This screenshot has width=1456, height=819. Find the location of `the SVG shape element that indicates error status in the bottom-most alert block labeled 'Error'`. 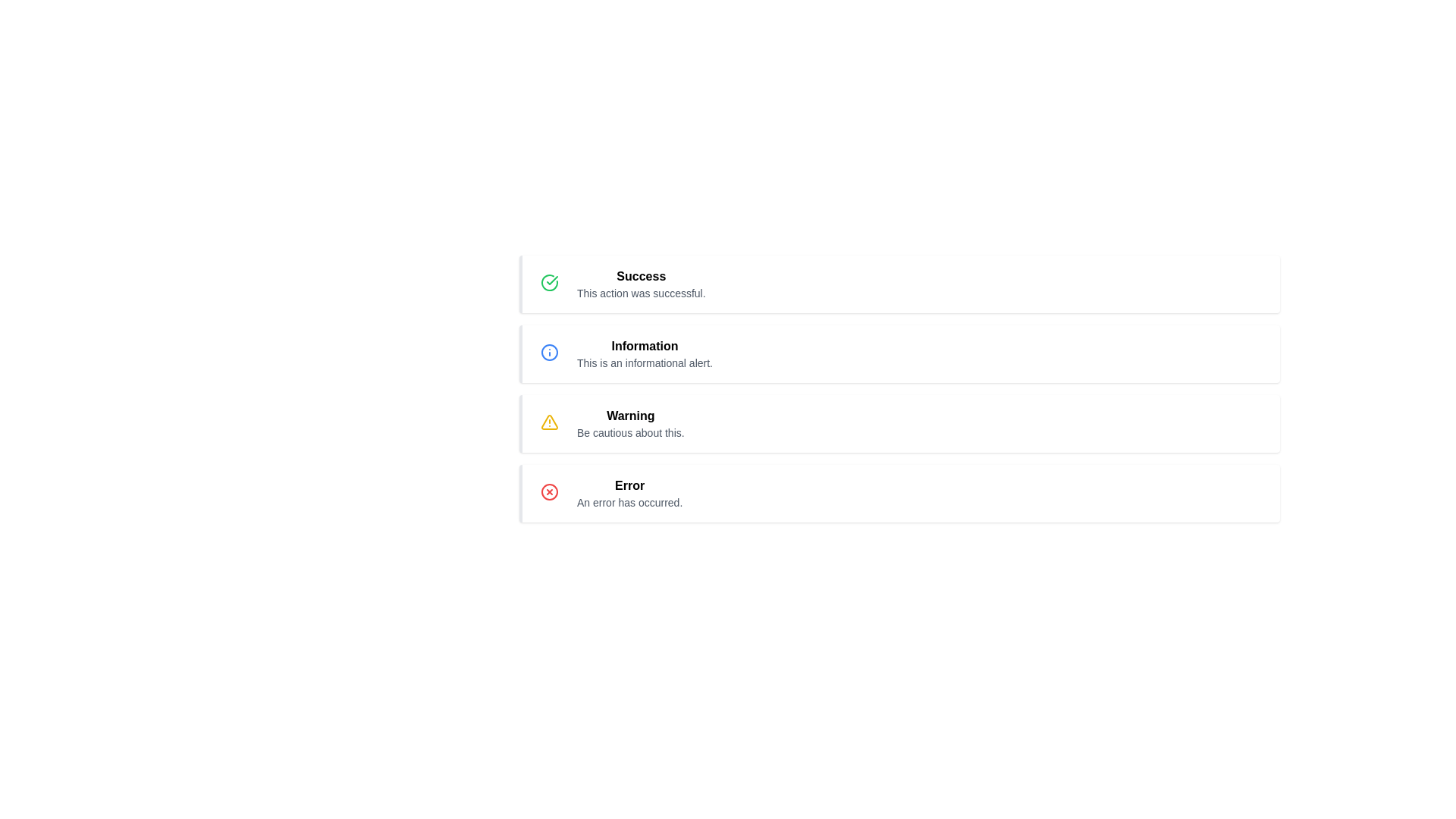

the SVG shape element that indicates error status in the bottom-most alert block labeled 'Error' is located at coordinates (548, 491).